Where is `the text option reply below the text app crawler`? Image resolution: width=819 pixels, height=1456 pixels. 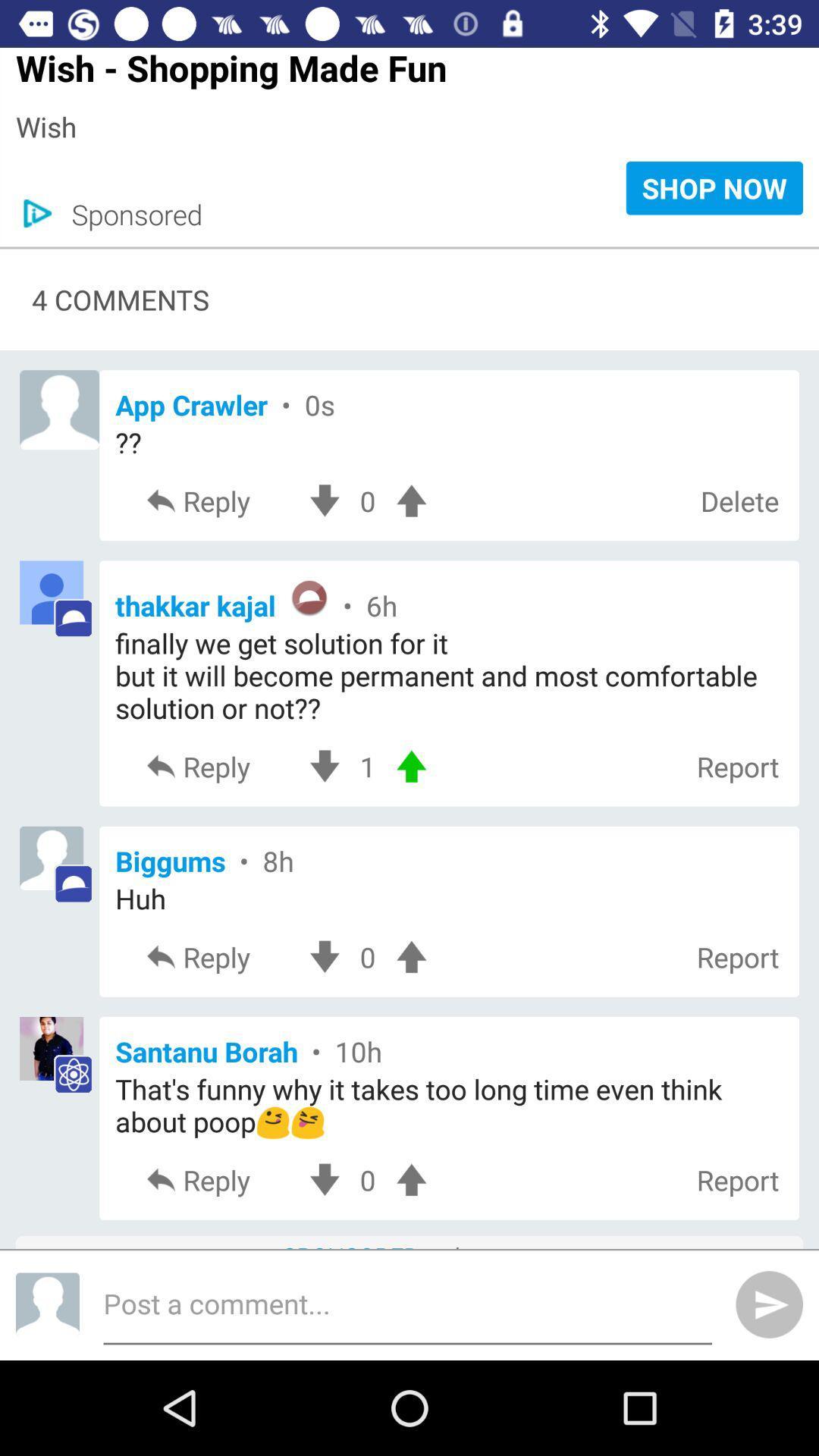
the text option reply below the text app crawler is located at coordinates (218, 500).